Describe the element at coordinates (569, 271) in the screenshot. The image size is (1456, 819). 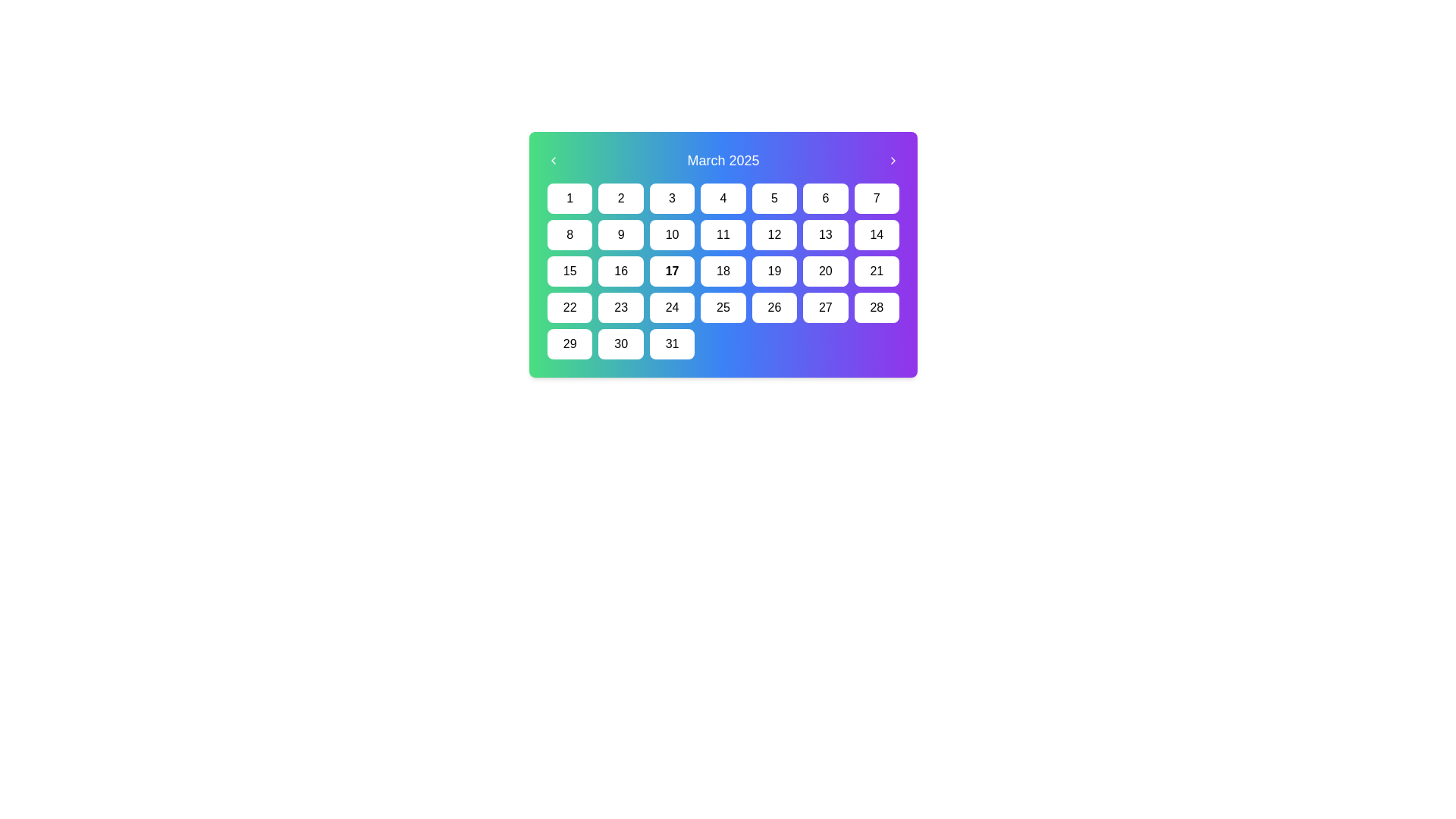
I see `the clickable date selector button for the 15th day in the calendar interface` at that location.